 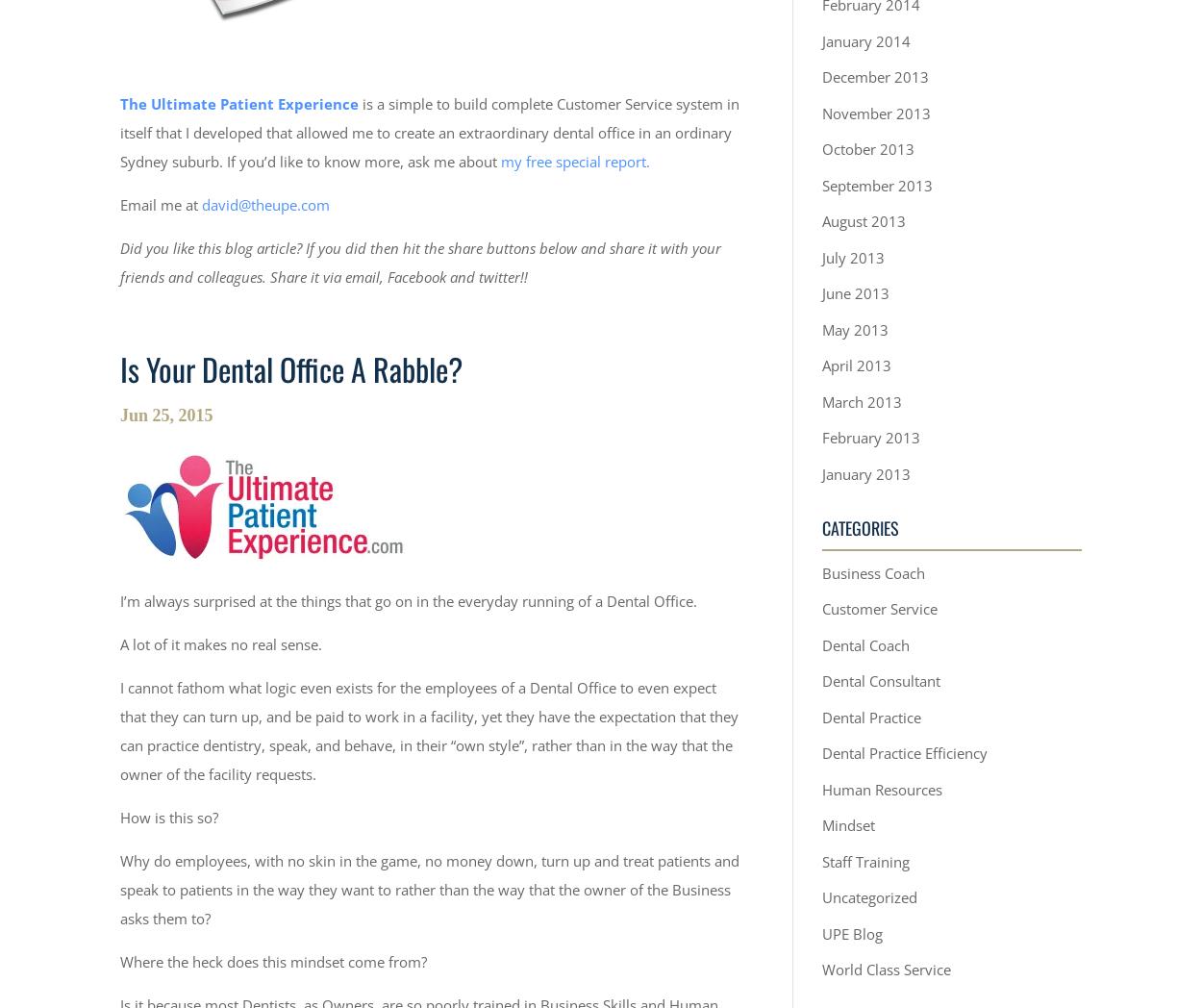 What do you see at coordinates (120, 889) in the screenshot?
I see `'Why do employees, with no skin in the game, no money down, turn up and treat patients and speak to patients in the way they want to rather than the way that the owner of the Business asks them to?'` at bounding box center [120, 889].